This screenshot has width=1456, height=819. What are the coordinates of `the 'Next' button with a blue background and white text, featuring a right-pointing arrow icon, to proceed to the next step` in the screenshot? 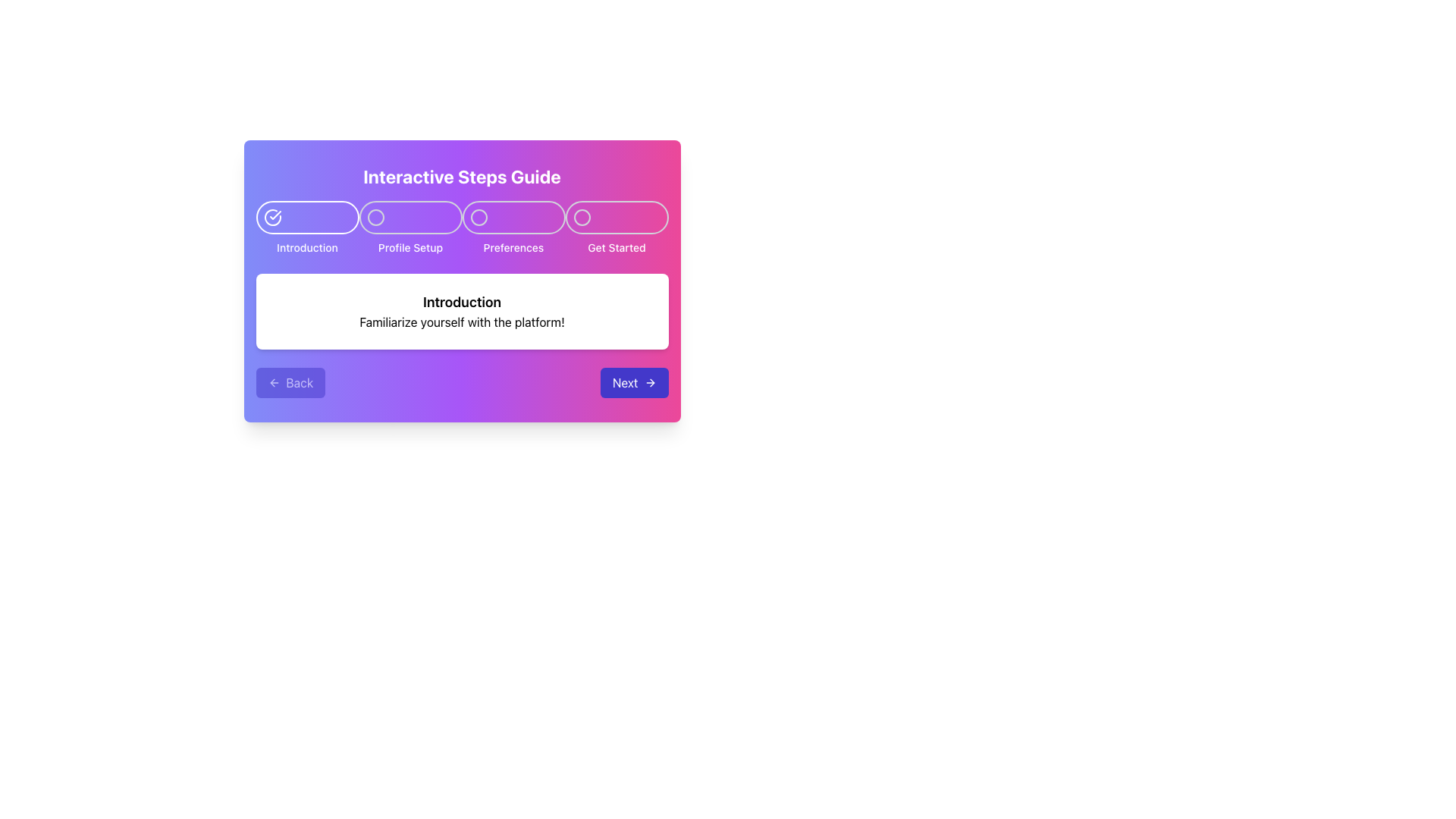 It's located at (634, 382).